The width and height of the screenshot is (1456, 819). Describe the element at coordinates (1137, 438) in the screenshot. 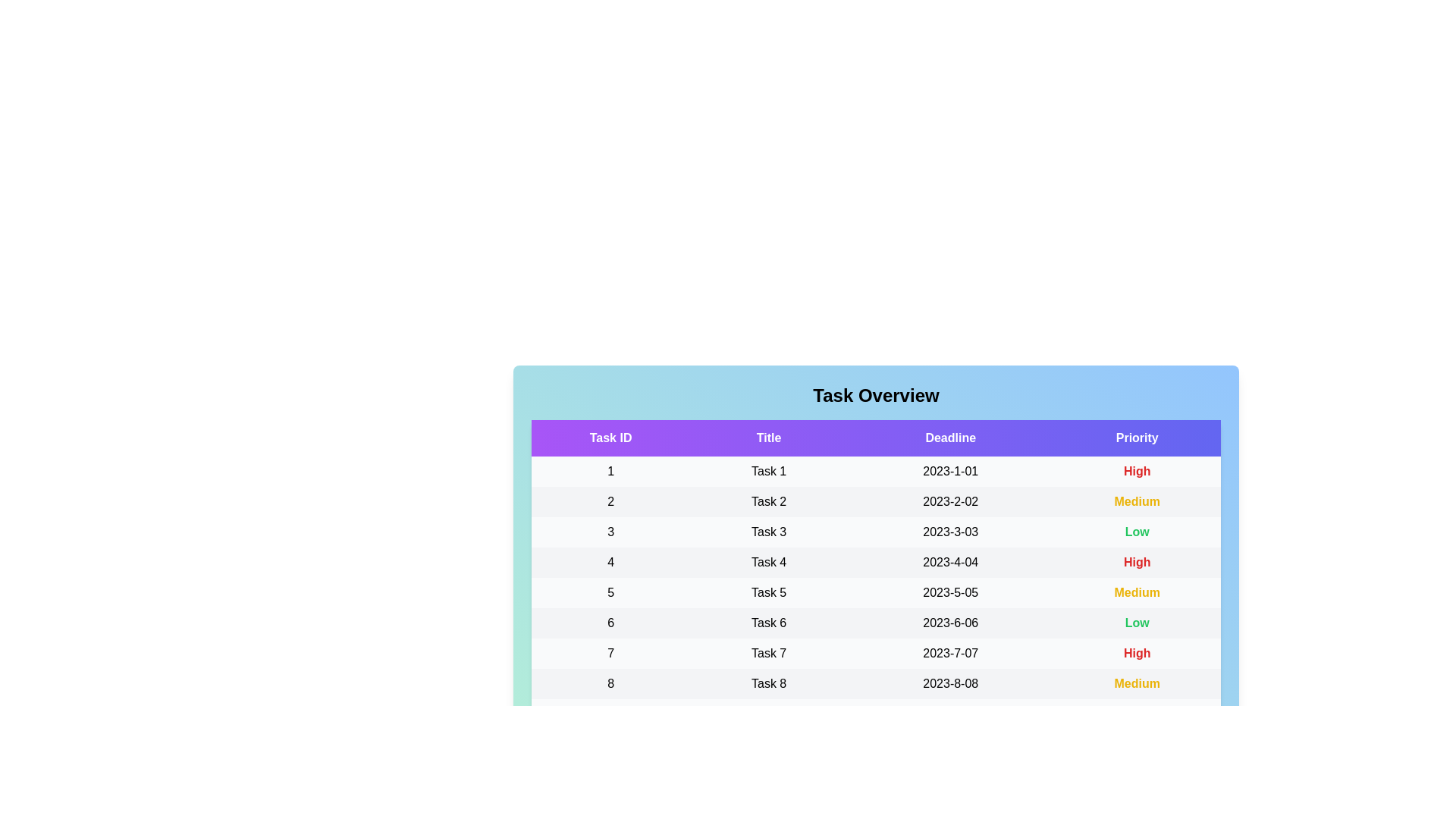

I see `the column header Priority to sort the tasks by that column` at that location.